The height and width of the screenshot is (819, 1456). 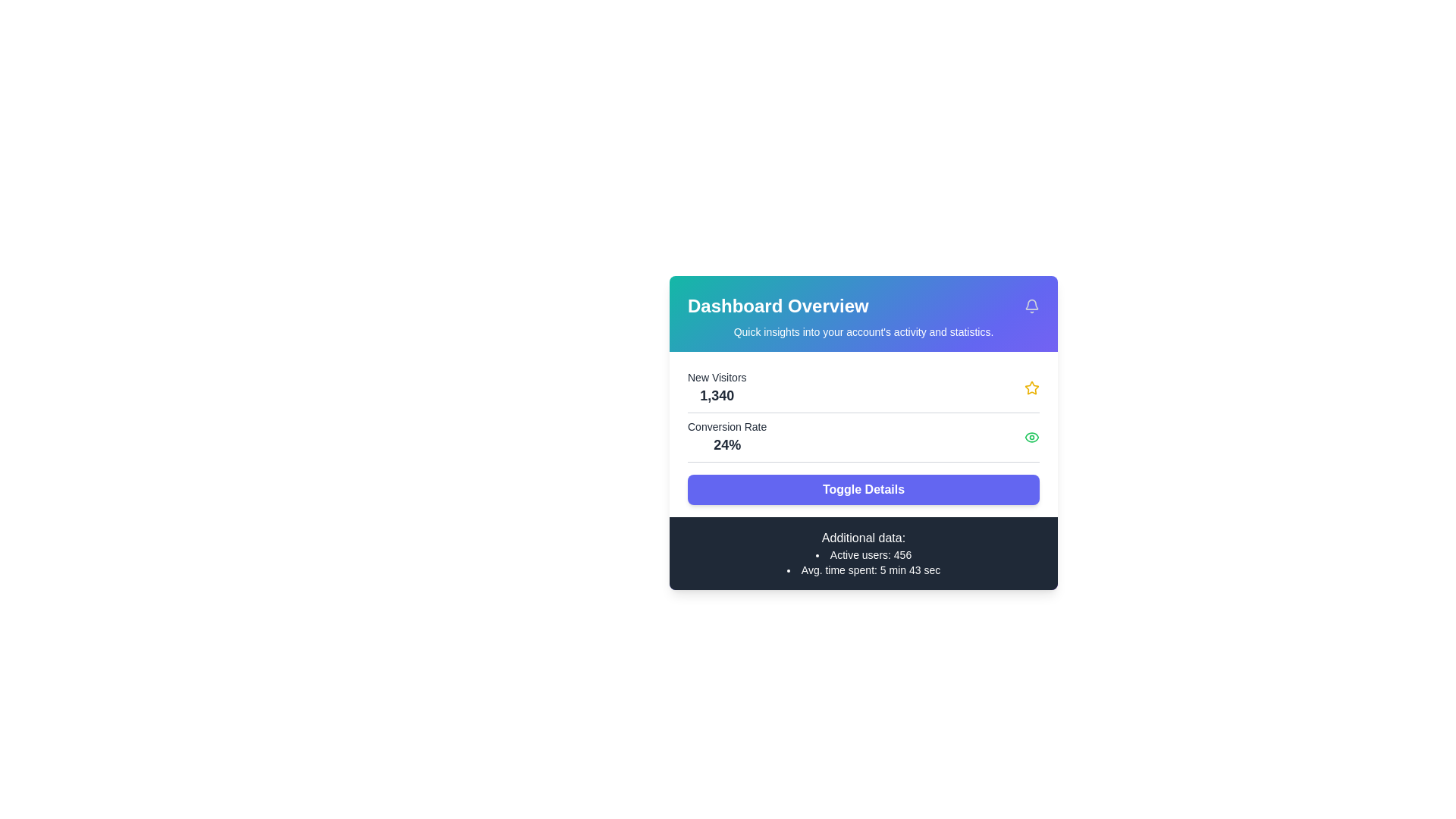 I want to click on the Header section of the card that provides a title and brief description, located at the top of the card above 'New Visitors' and 'Conversion Rate', so click(x=863, y=312).